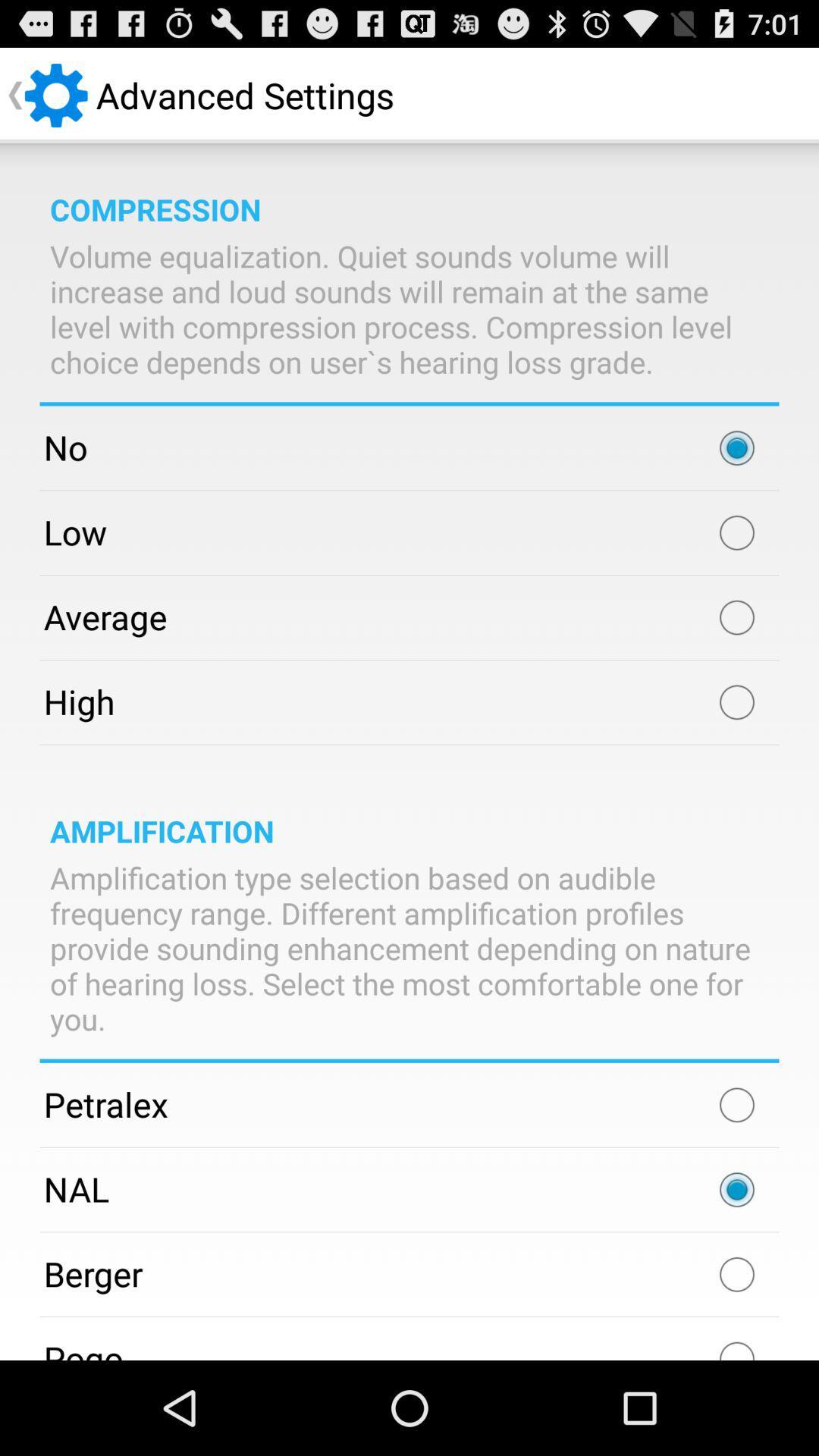  Describe the element at coordinates (736, 1344) in the screenshot. I see `item next to pogo app` at that location.